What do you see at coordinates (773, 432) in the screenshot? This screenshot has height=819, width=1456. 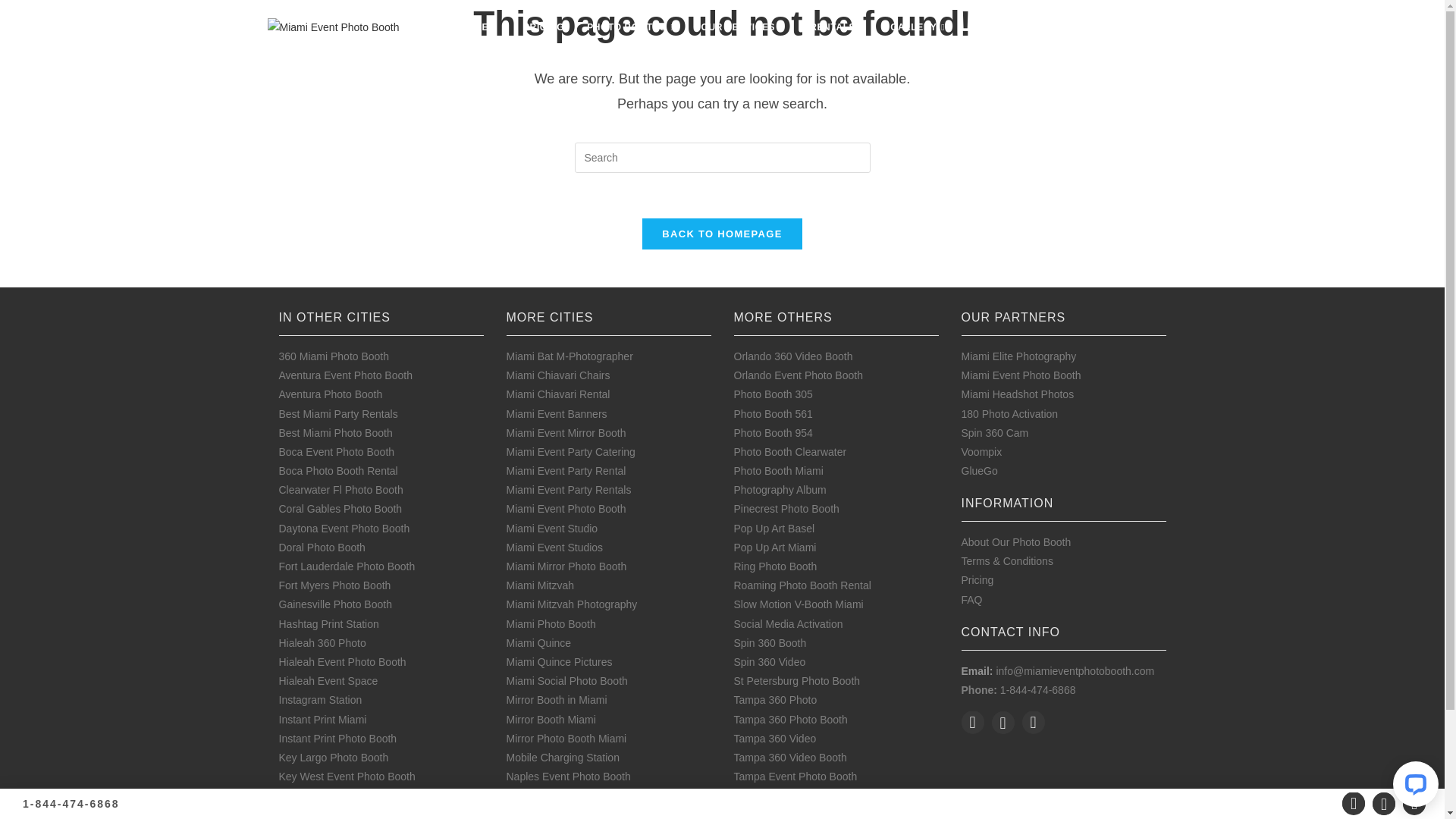 I see `'Photo Booth 954'` at bounding box center [773, 432].